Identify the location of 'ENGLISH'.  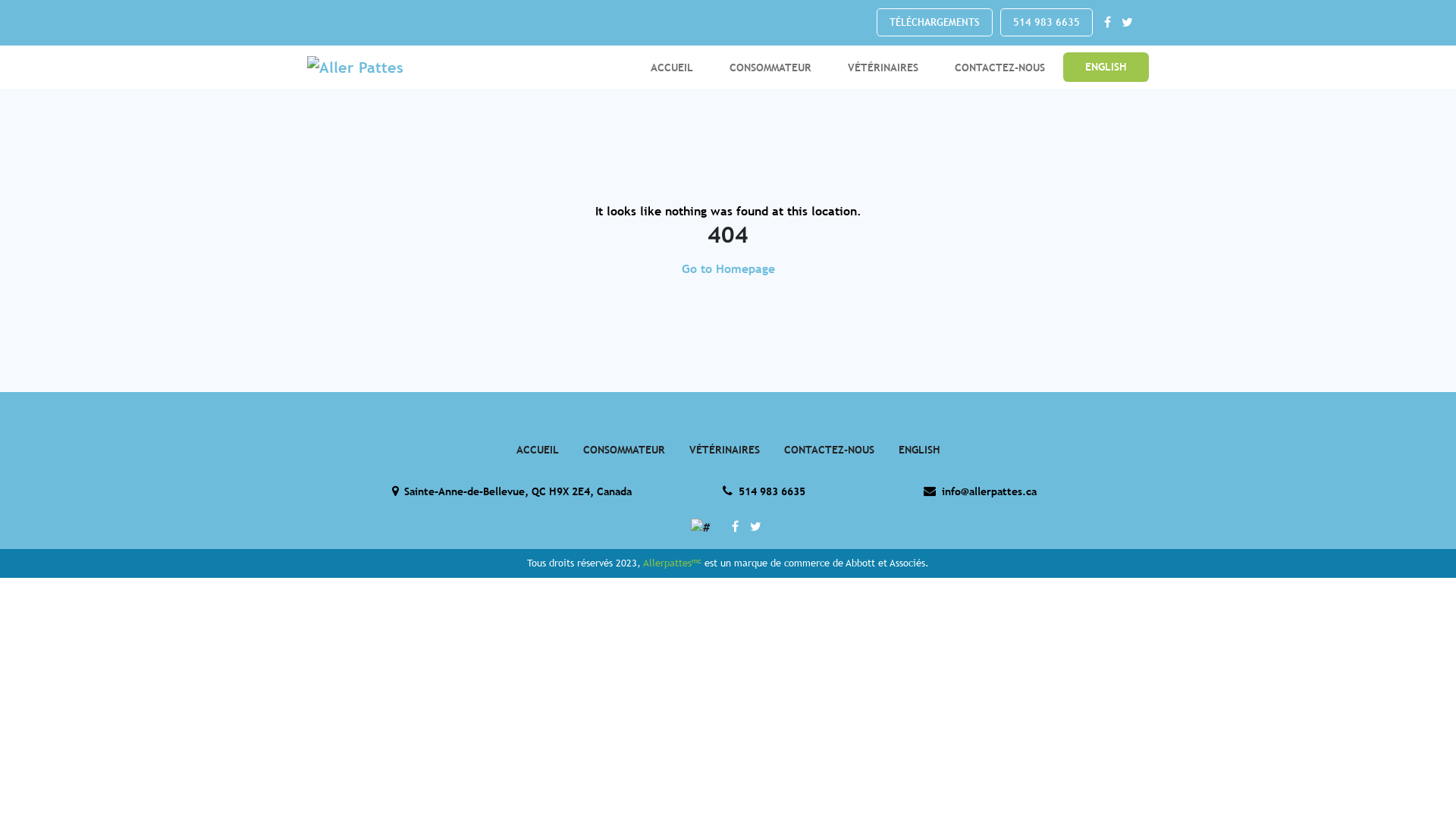
(1106, 66).